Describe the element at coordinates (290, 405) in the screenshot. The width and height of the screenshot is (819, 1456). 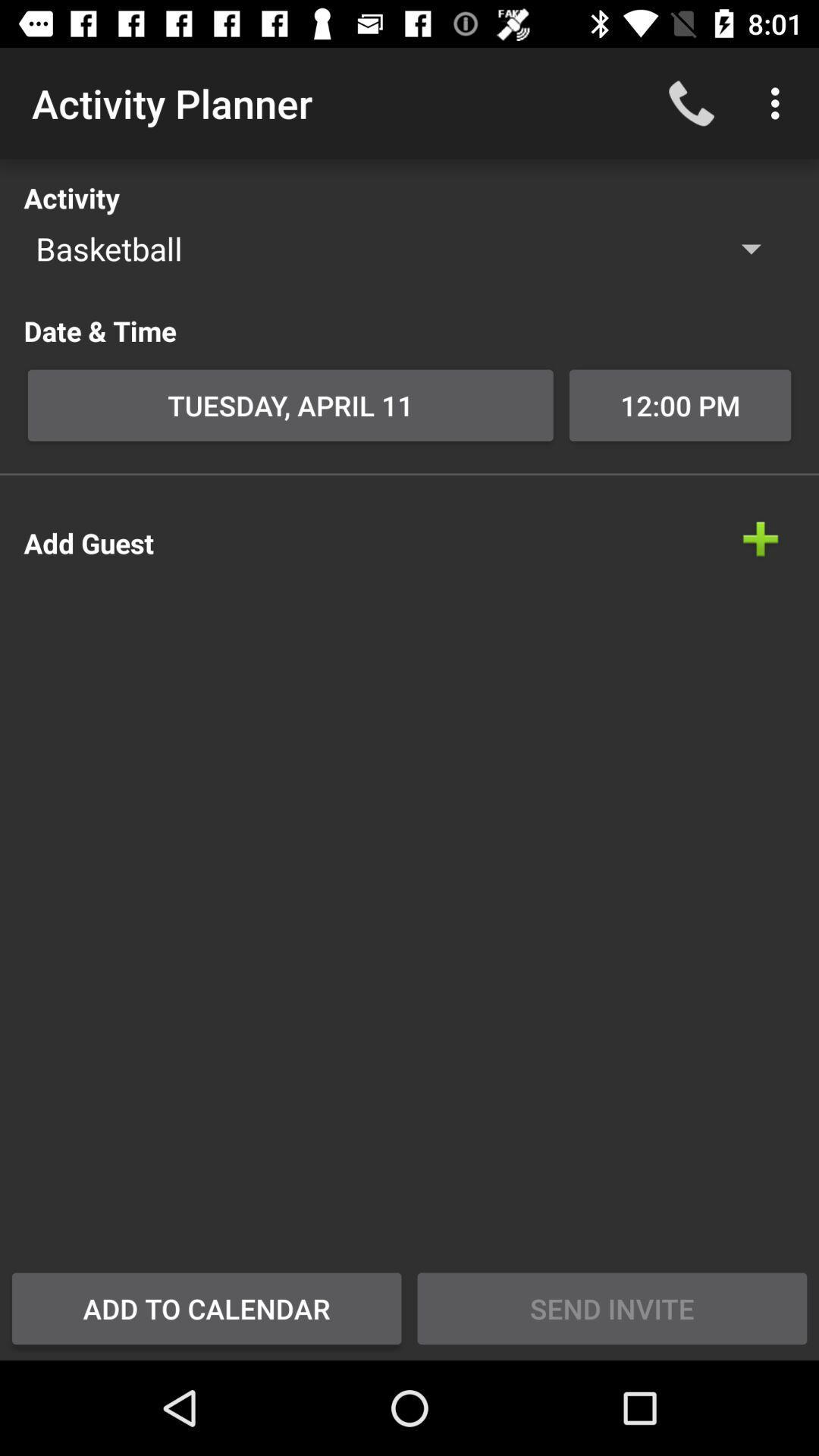
I see `icon below date & time item` at that location.